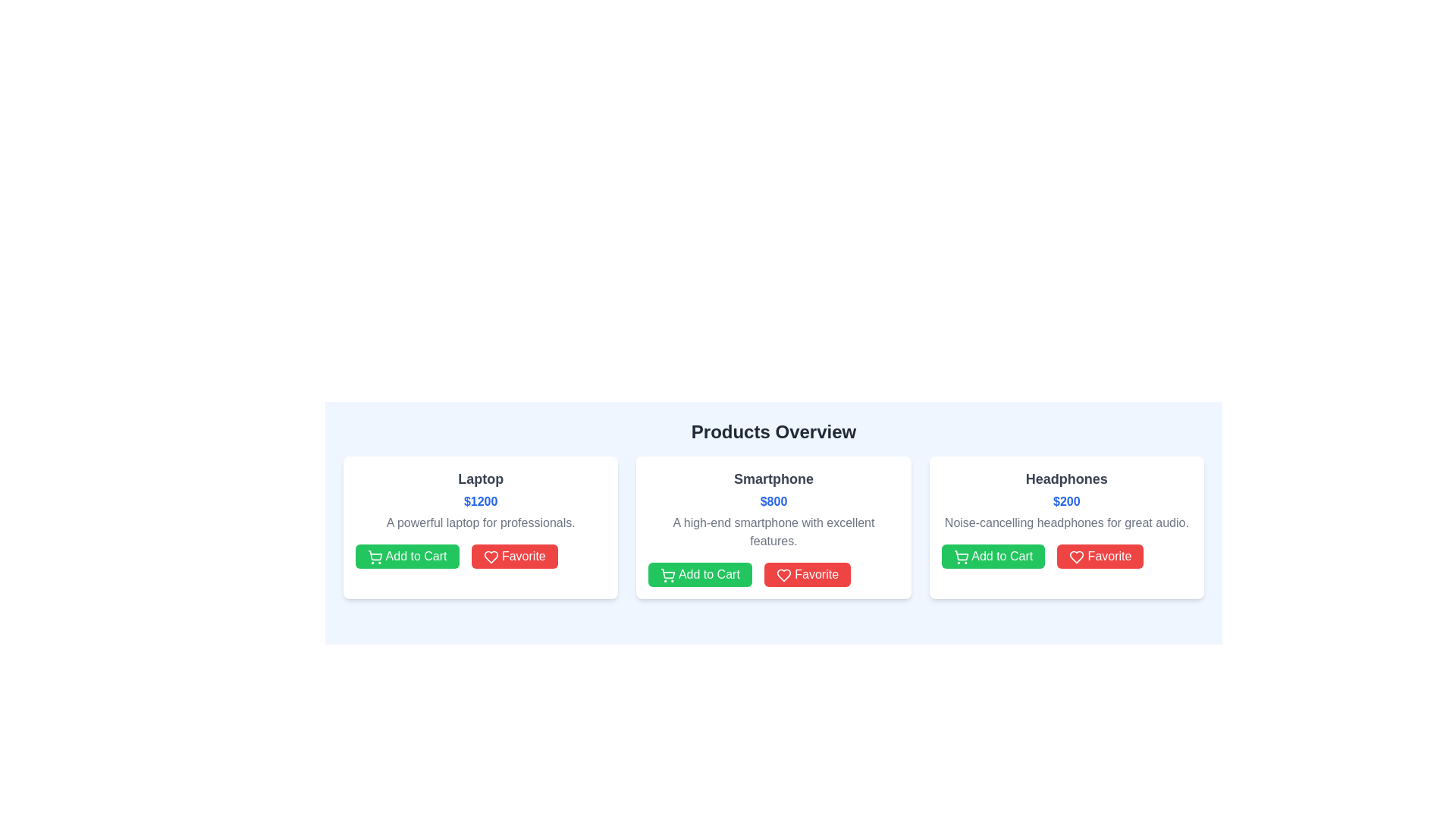 The height and width of the screenshot is (819, 1456). I want to click on the red 'Favorite' button located to the right of the 'Add to Cart' button in the Laptop product card, so click(514, 556).